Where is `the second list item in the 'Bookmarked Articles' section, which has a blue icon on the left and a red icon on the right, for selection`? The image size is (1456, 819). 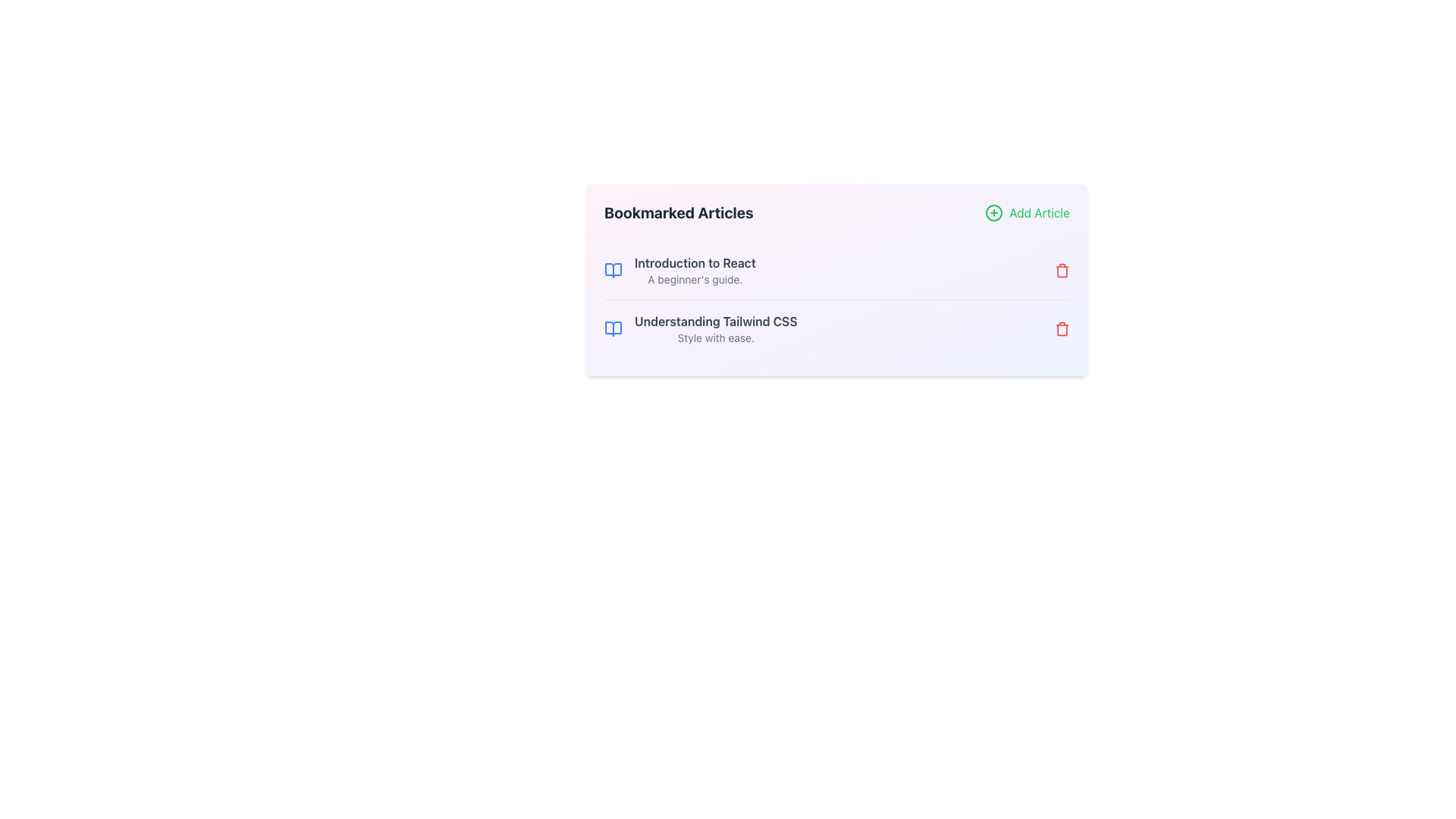 the second list item in the 'Bookmarked Articles' section, which has a blue icon on the left and a red icon on the right, for selection is located at coordinates (836, 299).